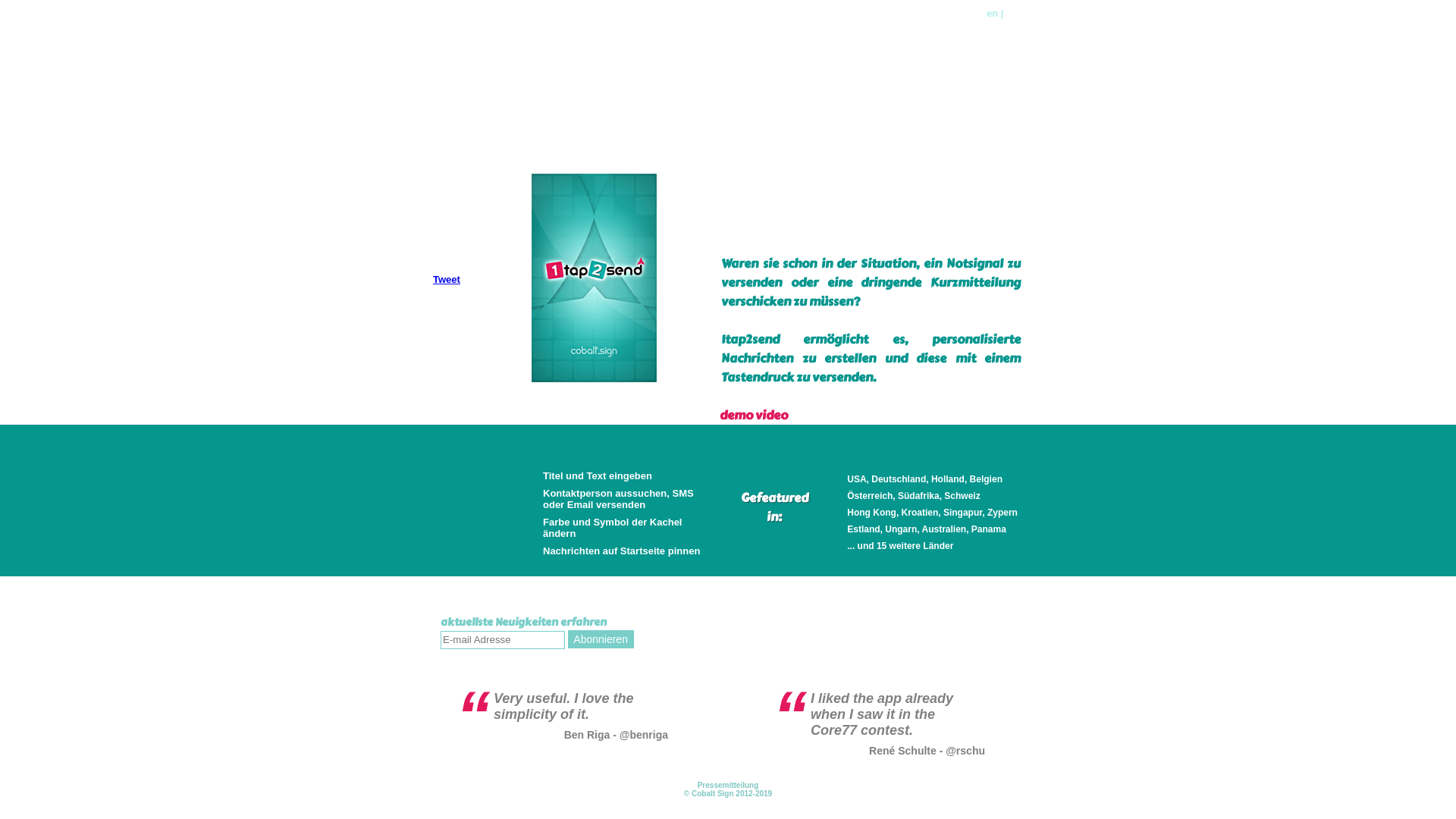 This screenshot has height=819, width=1456. I want to click on 'de', so click(1006, 13).